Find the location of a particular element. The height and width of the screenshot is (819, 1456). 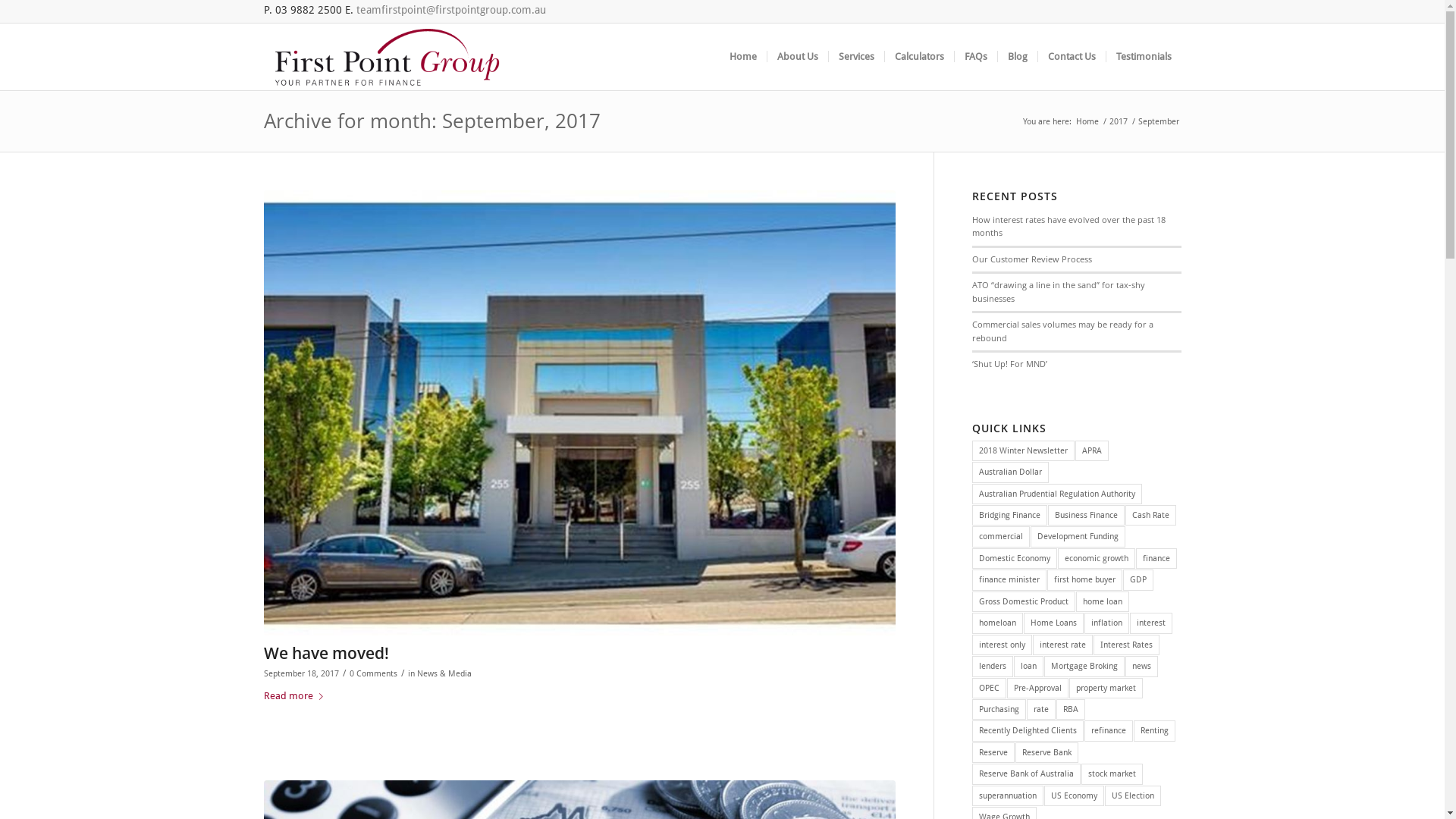

'superannuation' is located at coordinates (1008, 795).